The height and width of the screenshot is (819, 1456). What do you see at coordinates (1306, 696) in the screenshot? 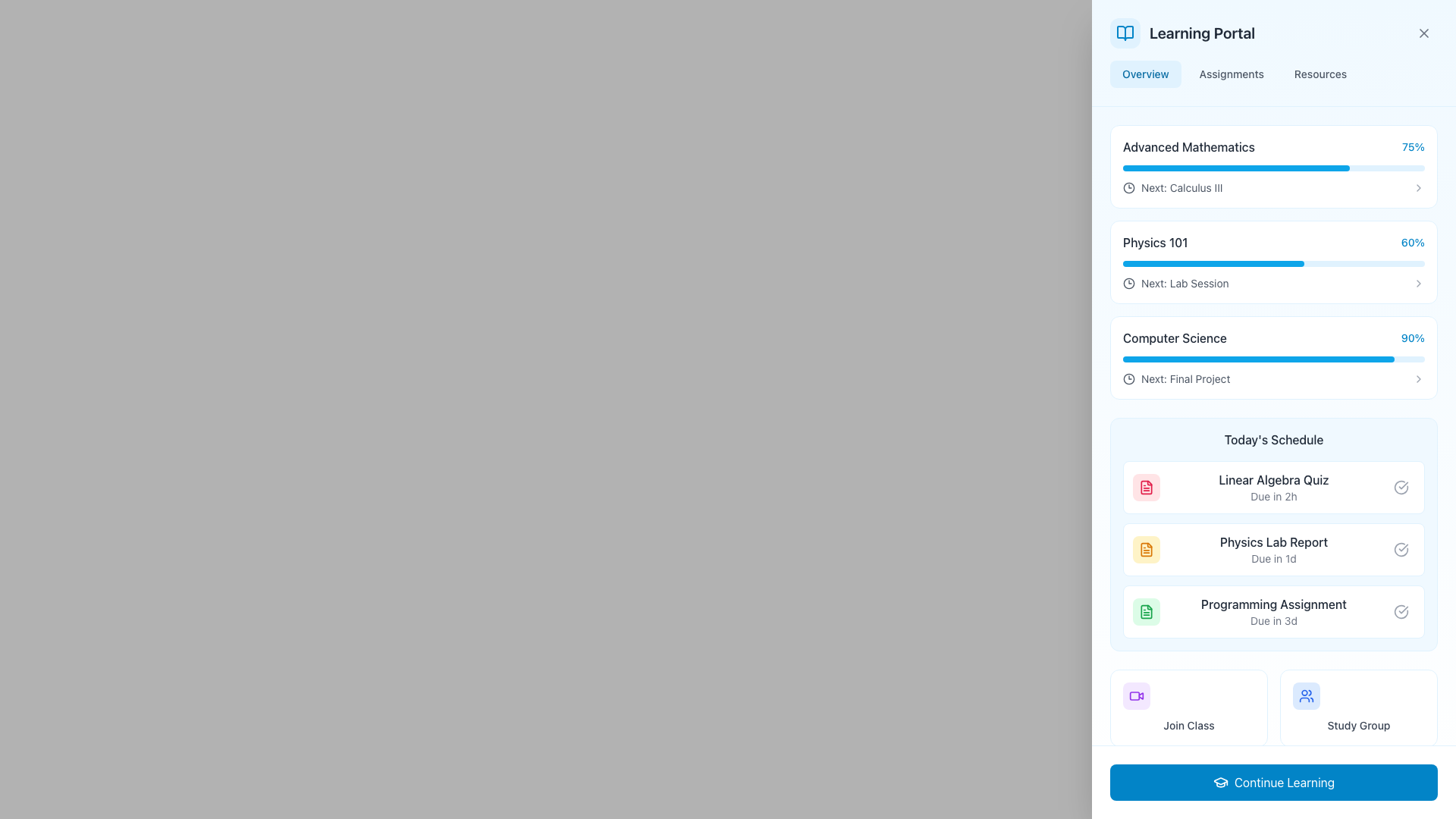
I see `the 'Study Group' icon located at the bottom right of the 'Today's Schedule' panel` at bounding box center [1306, 696].